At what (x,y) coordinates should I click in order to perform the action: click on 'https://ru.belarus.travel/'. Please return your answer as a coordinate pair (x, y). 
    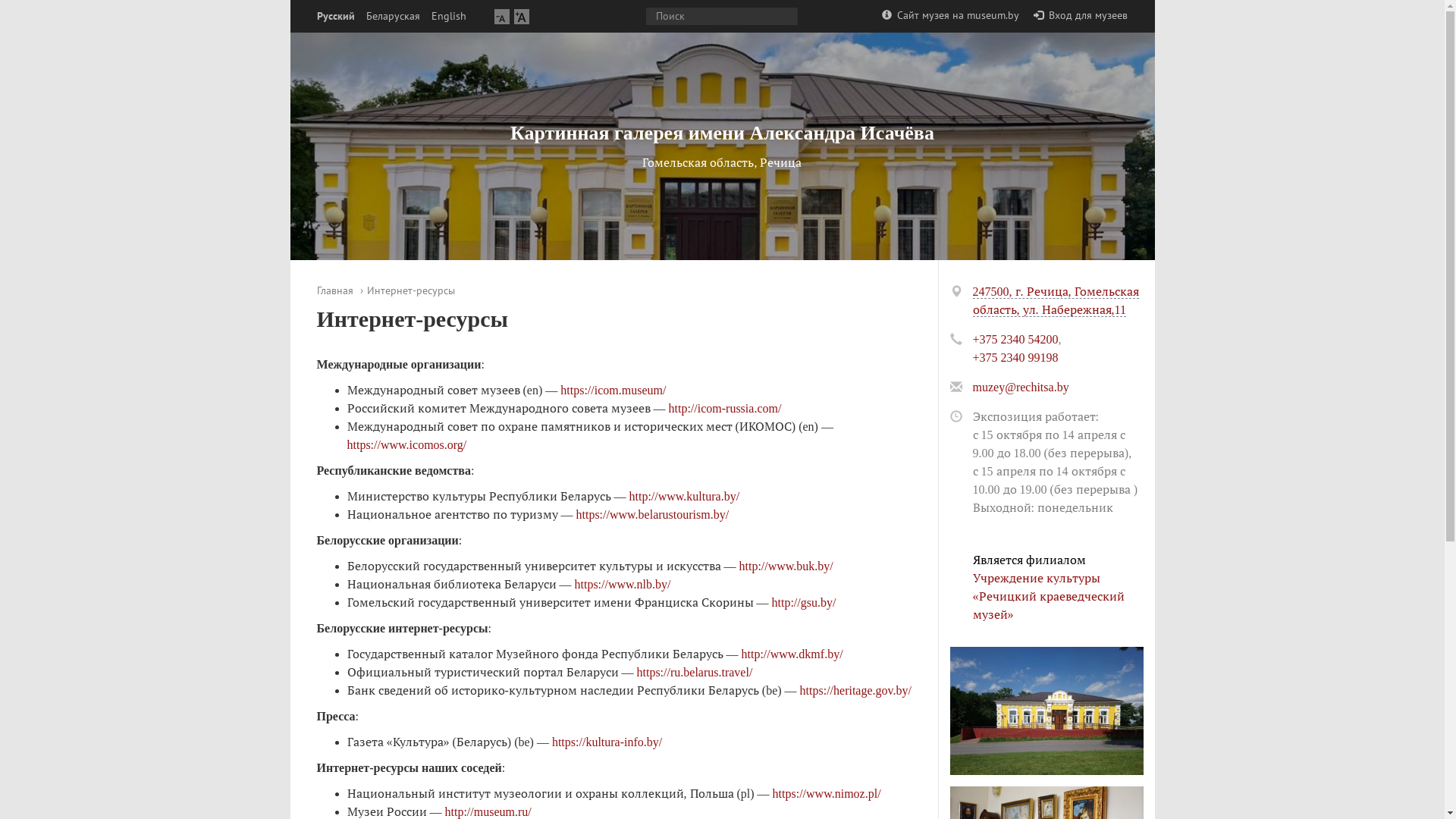
    Looking at the image, I should click on (694, 671).